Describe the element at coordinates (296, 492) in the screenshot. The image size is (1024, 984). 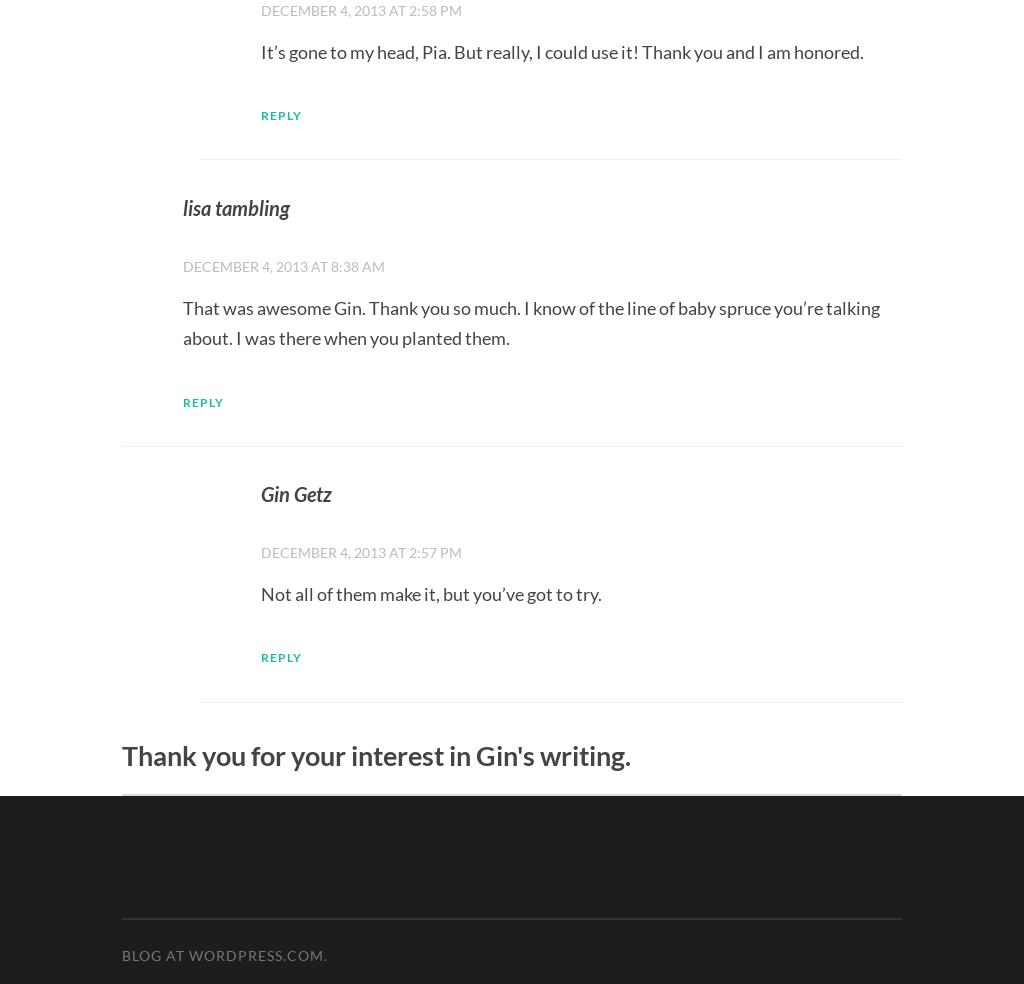
I see `'Gin Getz'` at that location.